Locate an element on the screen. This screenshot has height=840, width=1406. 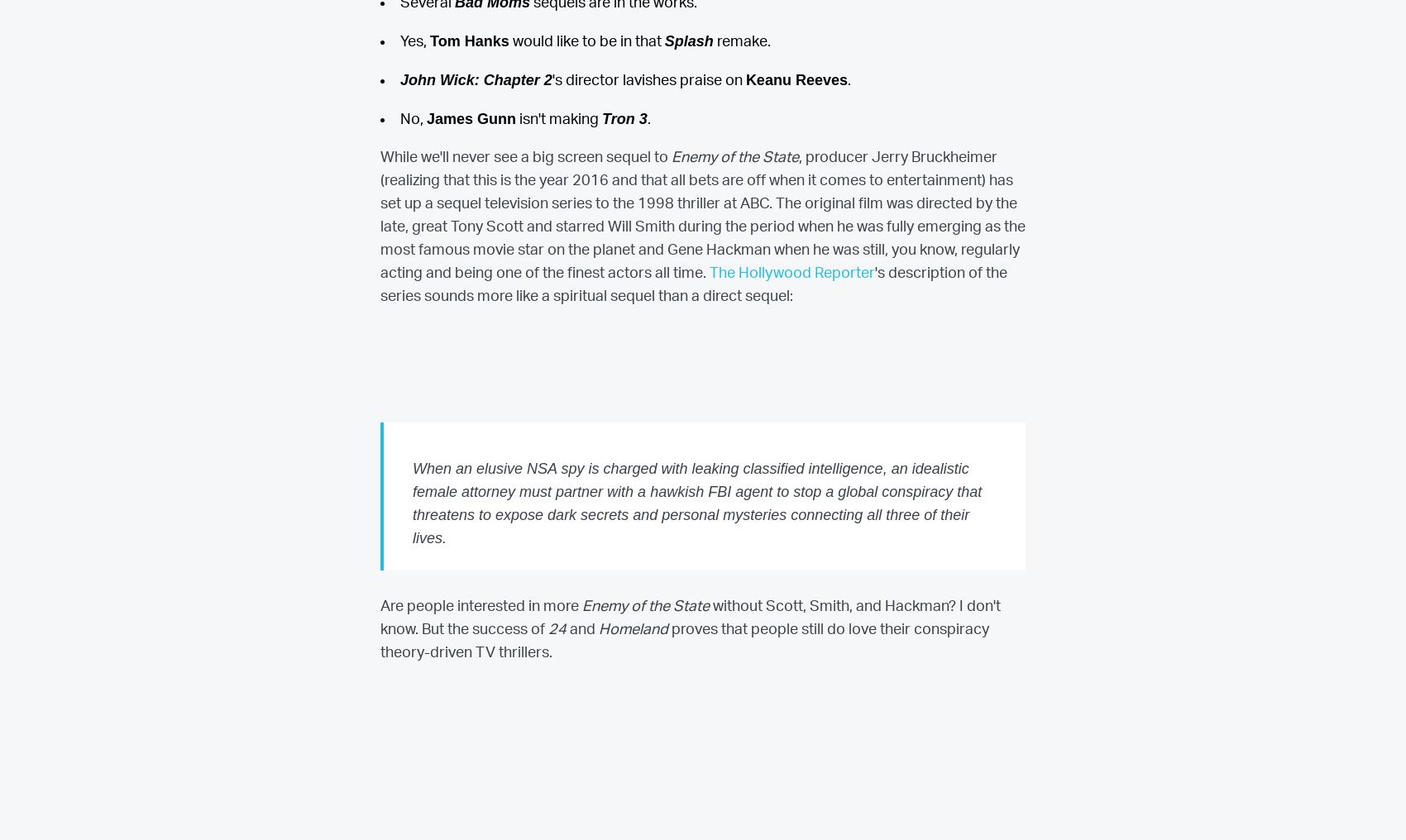
'would like to be in that' is located at coordinates (586, 40).